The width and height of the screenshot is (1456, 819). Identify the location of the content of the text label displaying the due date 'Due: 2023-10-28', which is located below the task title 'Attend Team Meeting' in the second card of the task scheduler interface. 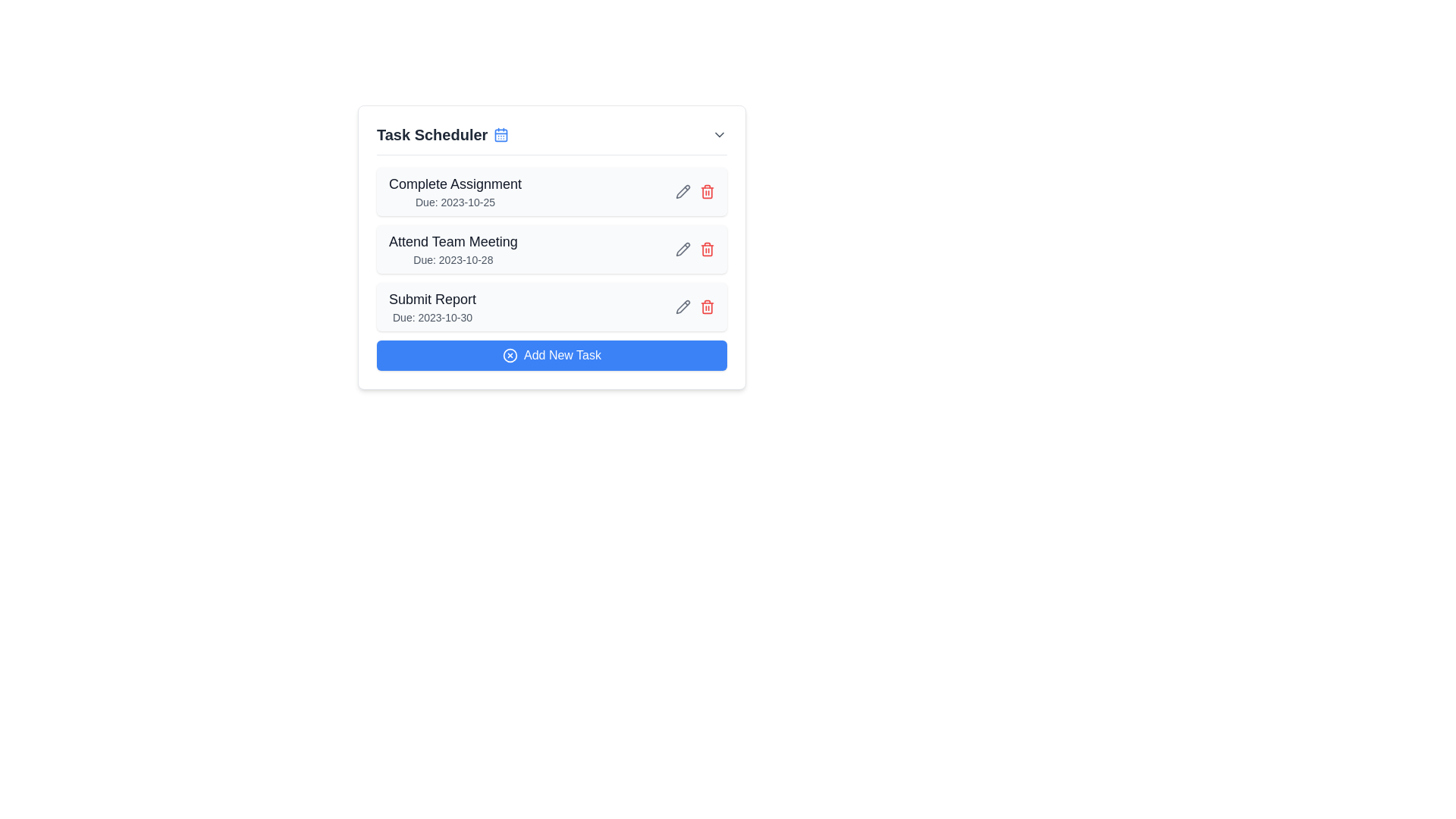
(452, 259).